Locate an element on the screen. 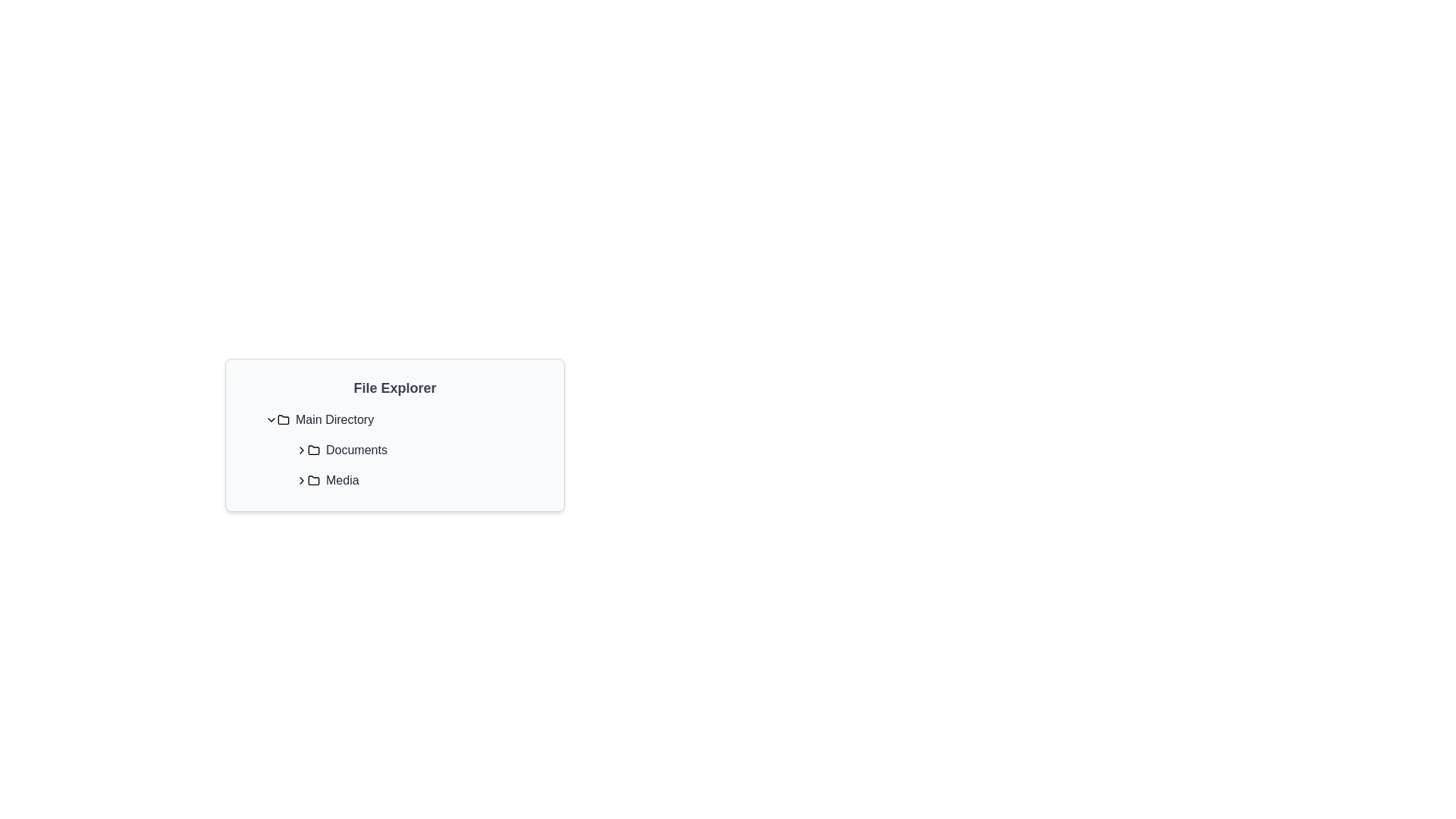 This screenshot has width=1456, height=819. the Chevron Button that expands or collapses the 'Media' folder in the file explorer is located at coordinates (302, 480).